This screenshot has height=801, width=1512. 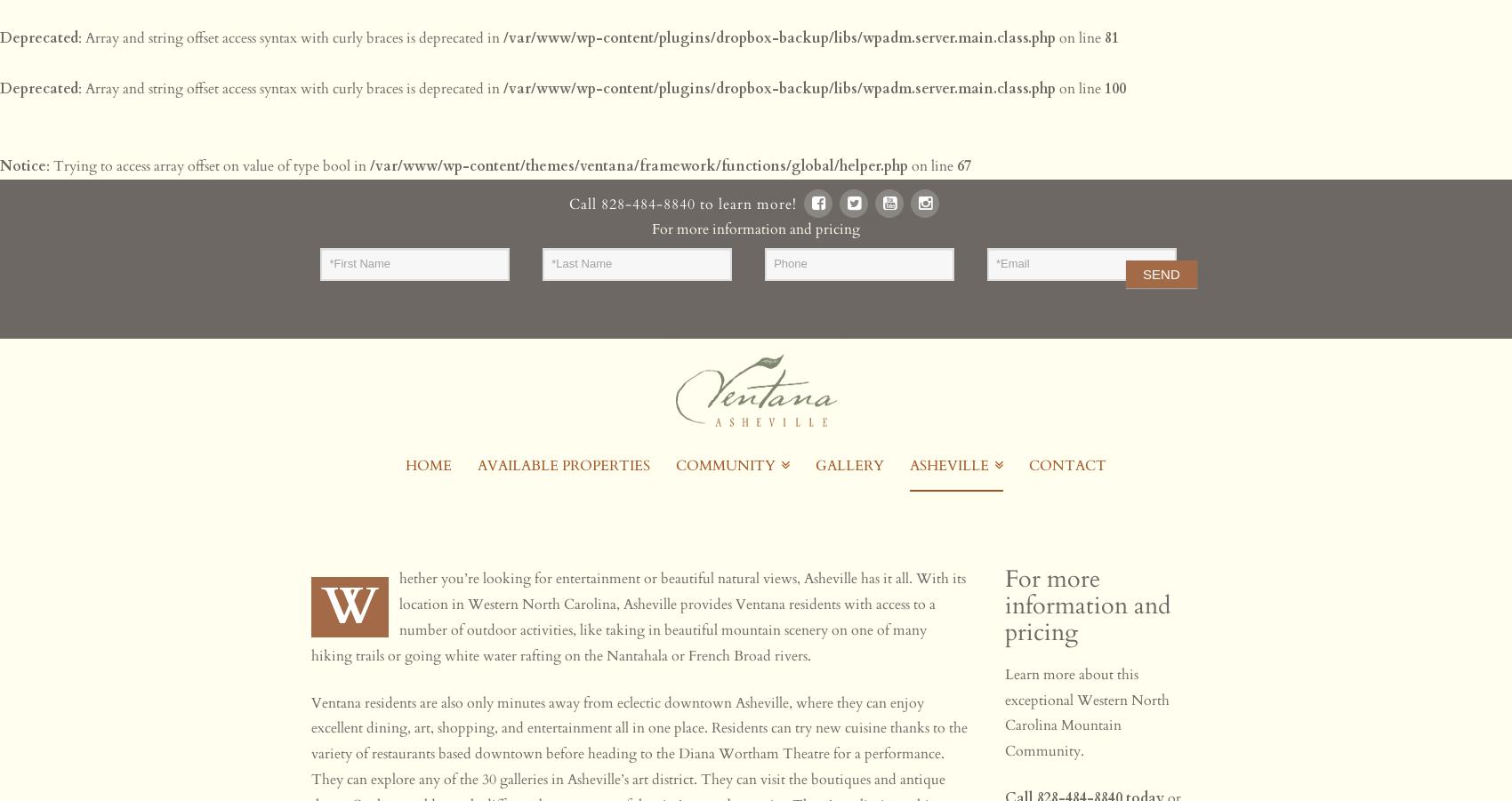 What do you see at coordinates (639, 164) in the screenshot?
I see `'/var/www/wp-content/themes/ventana/framework/functions/global/helper.php'` at bounding box center [639, 164].